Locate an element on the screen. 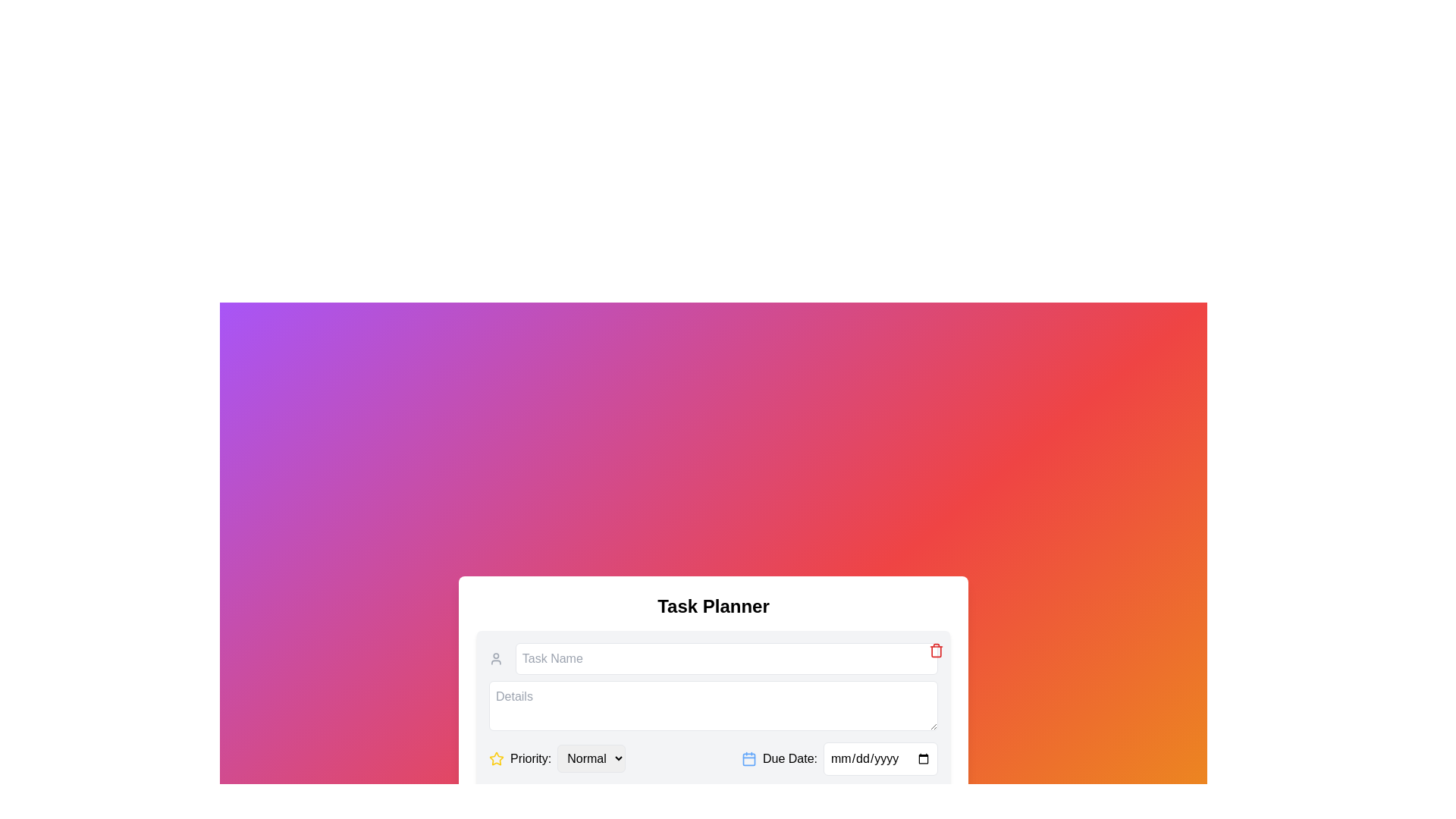 The width and height of the screenshot is (1456, 819). the calendar icon indicating the interactive date selection option located to the right of the 'Due Date' input field in the task planner form is located at coordinates (749, 759).